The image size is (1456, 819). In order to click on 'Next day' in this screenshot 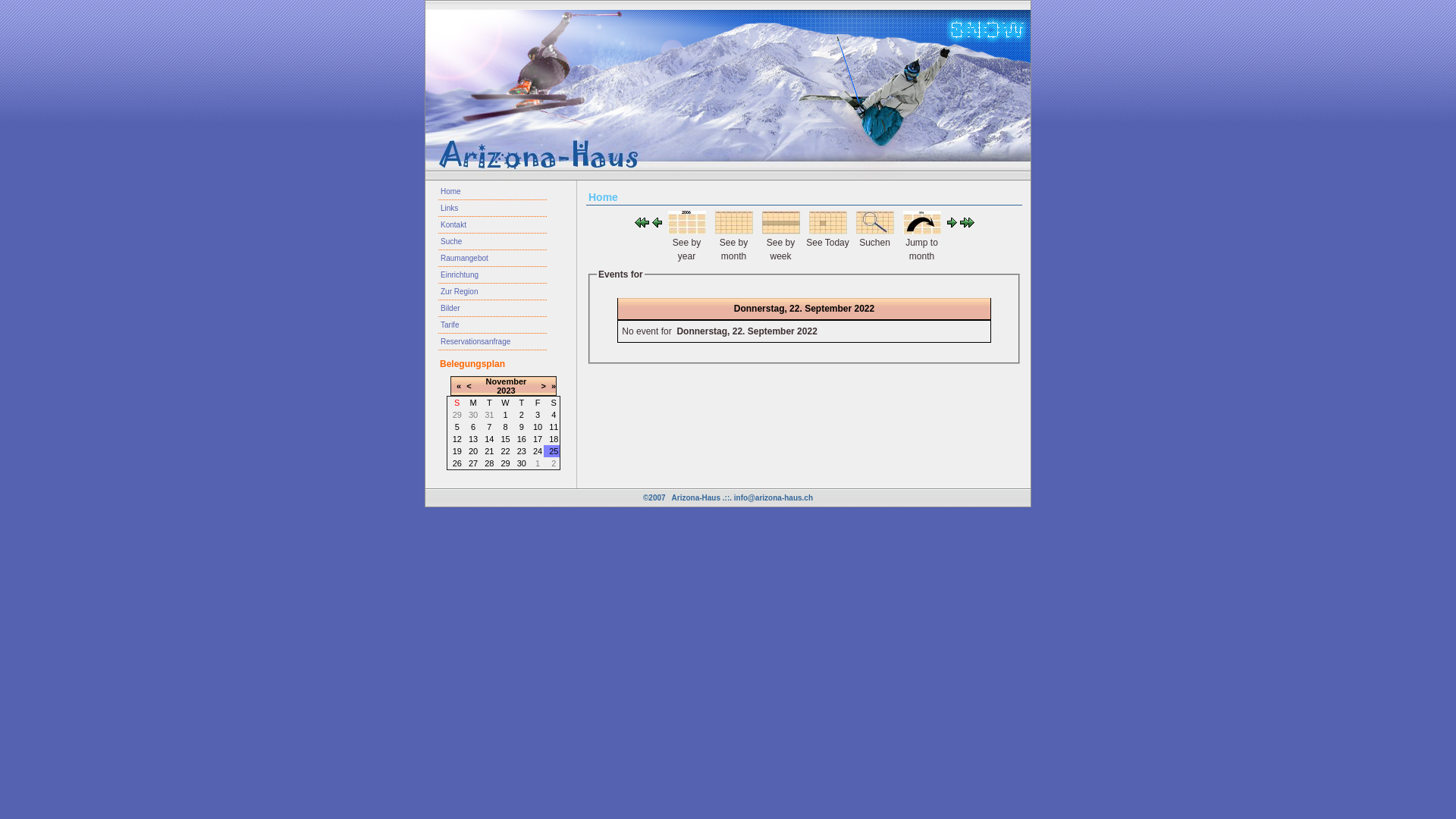, I will do `click(946, 224)`.